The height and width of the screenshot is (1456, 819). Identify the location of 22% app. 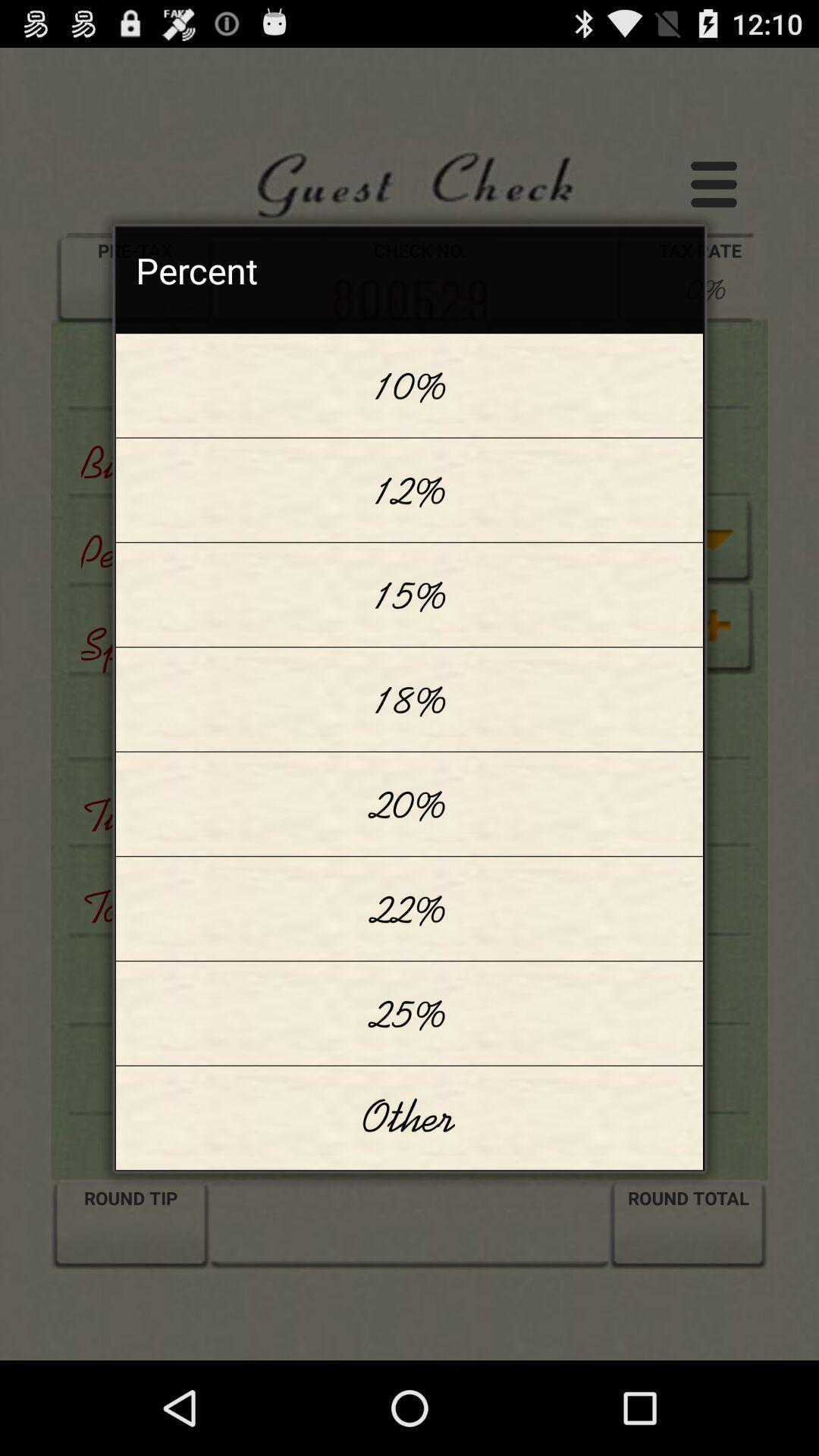
(409, 908).